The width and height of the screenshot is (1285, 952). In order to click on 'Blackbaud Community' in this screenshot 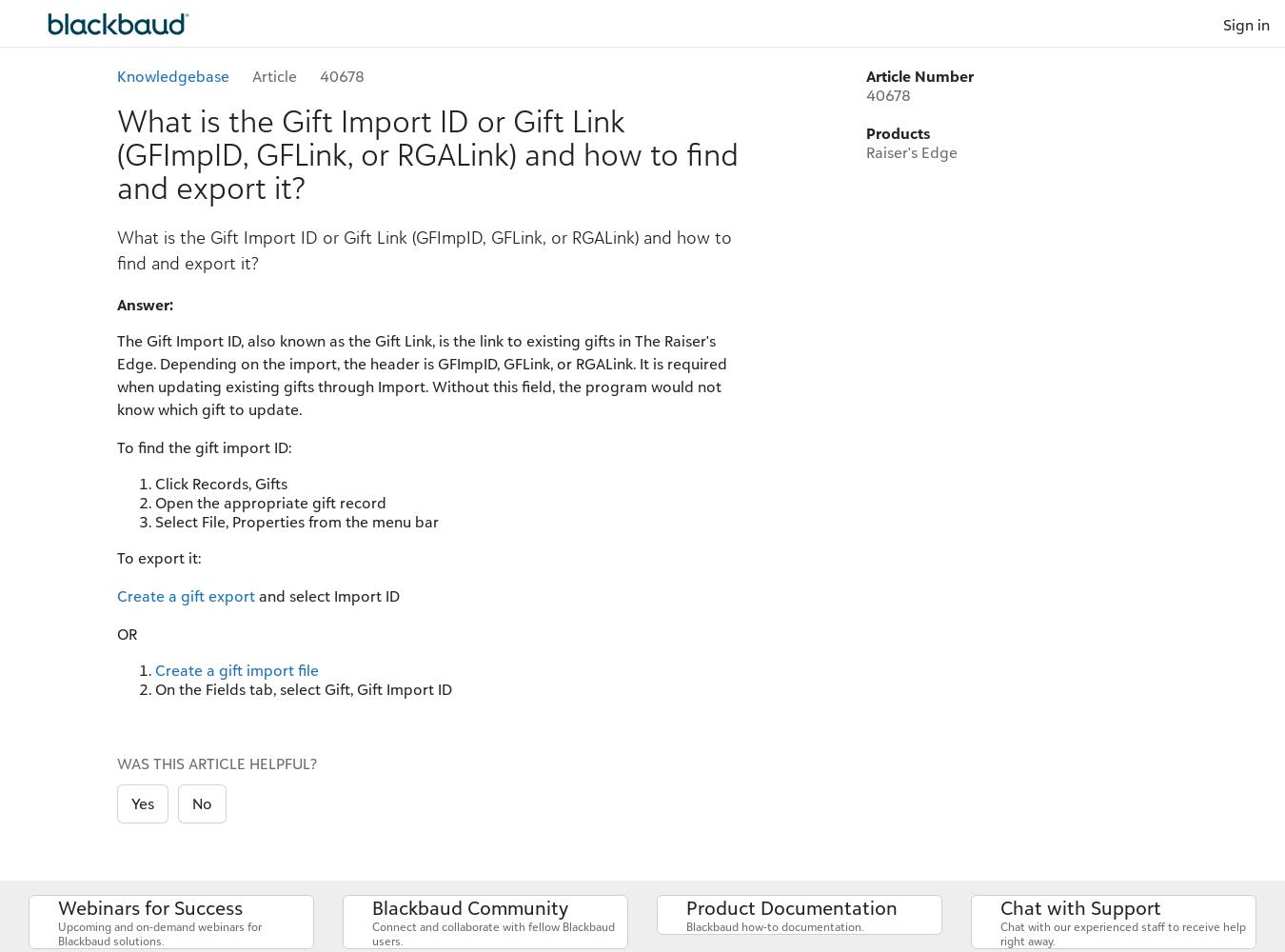, I will do `click(468, 906)`.